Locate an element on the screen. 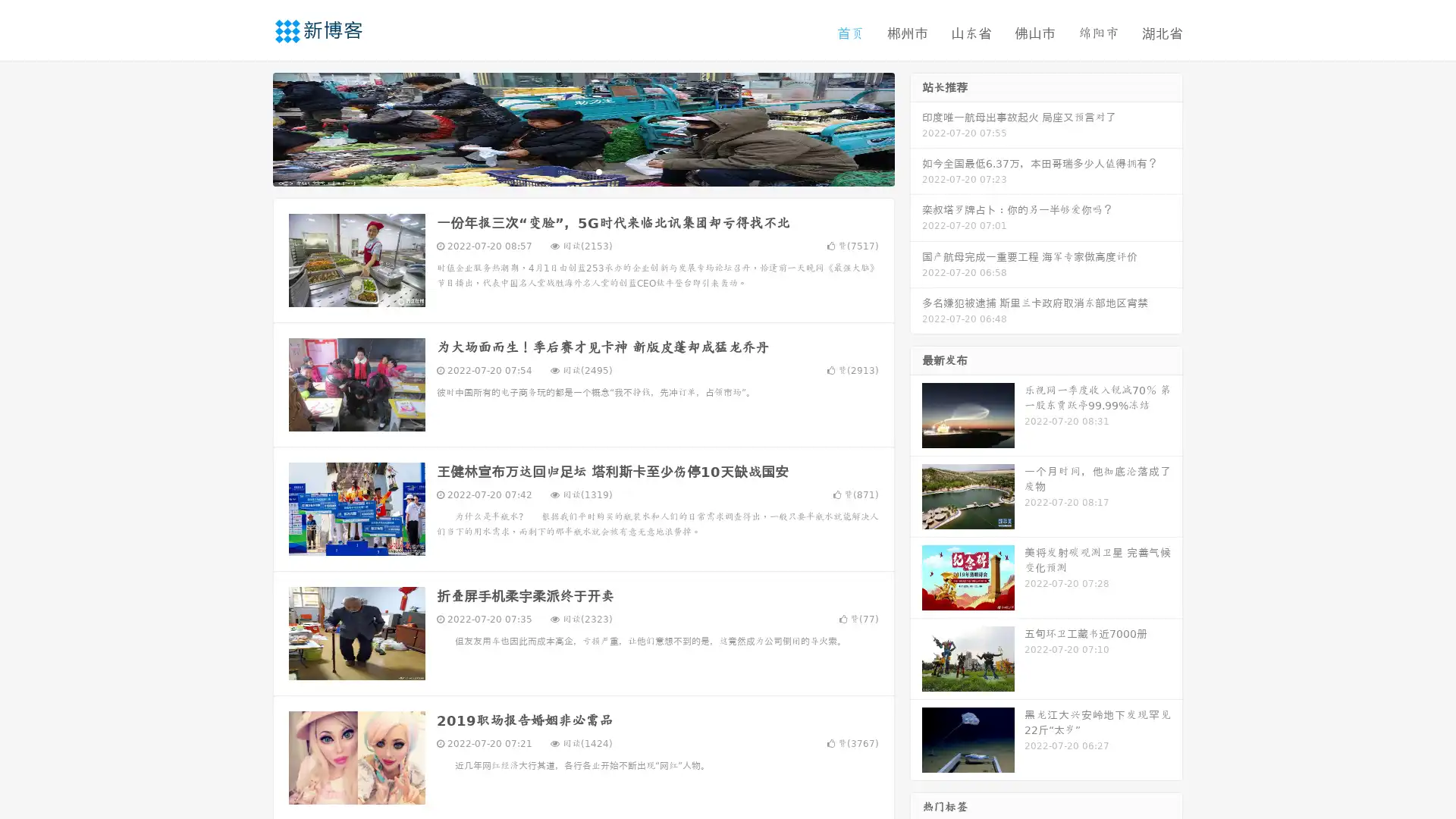 Image resolution: width=1456 pixels, height=819 pixels. Go to slide 2 is located at coordinates (582, 171).